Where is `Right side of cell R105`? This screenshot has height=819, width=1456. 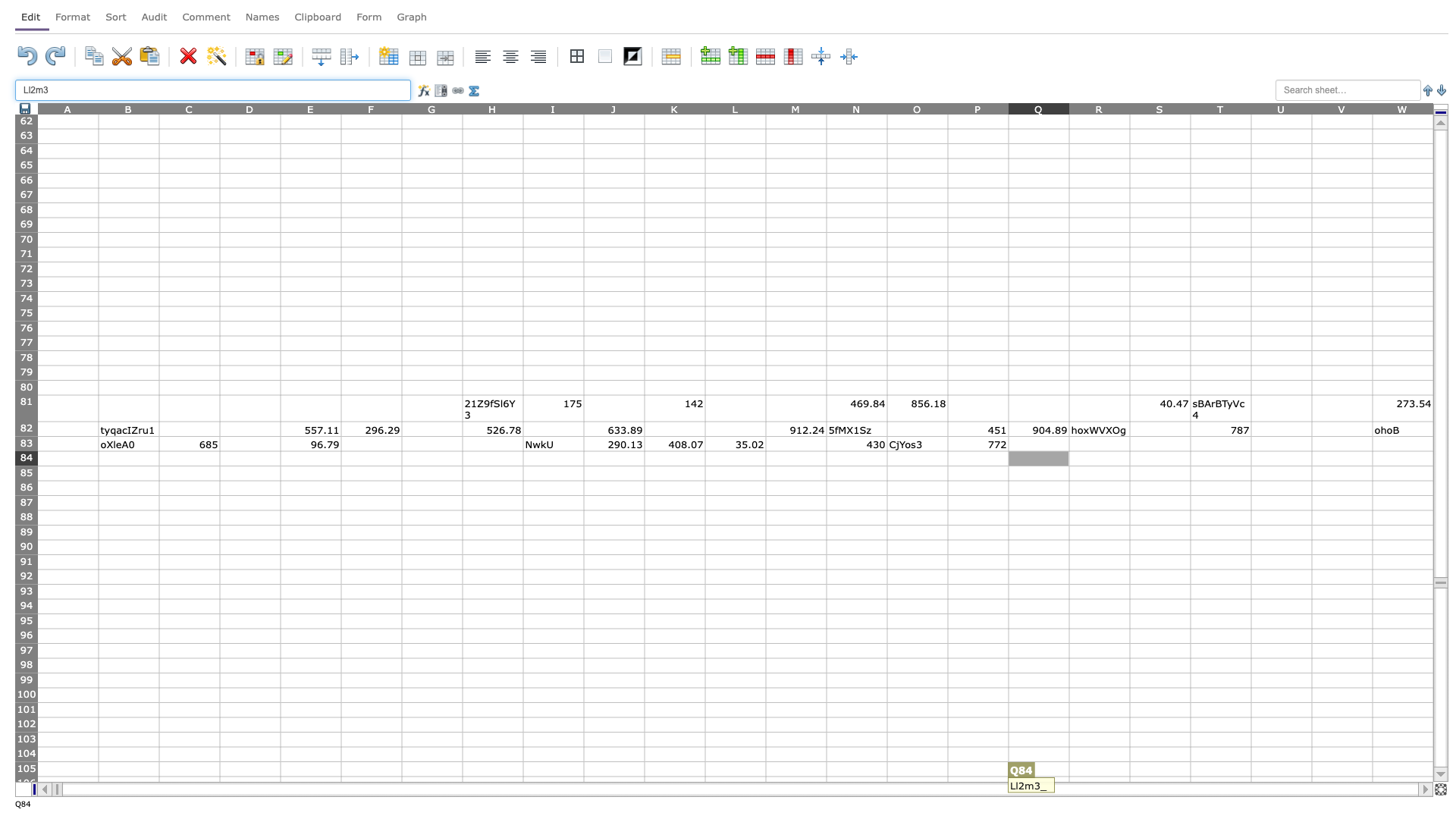
Right side of cell R105 is located at coordinates (1129, 769).